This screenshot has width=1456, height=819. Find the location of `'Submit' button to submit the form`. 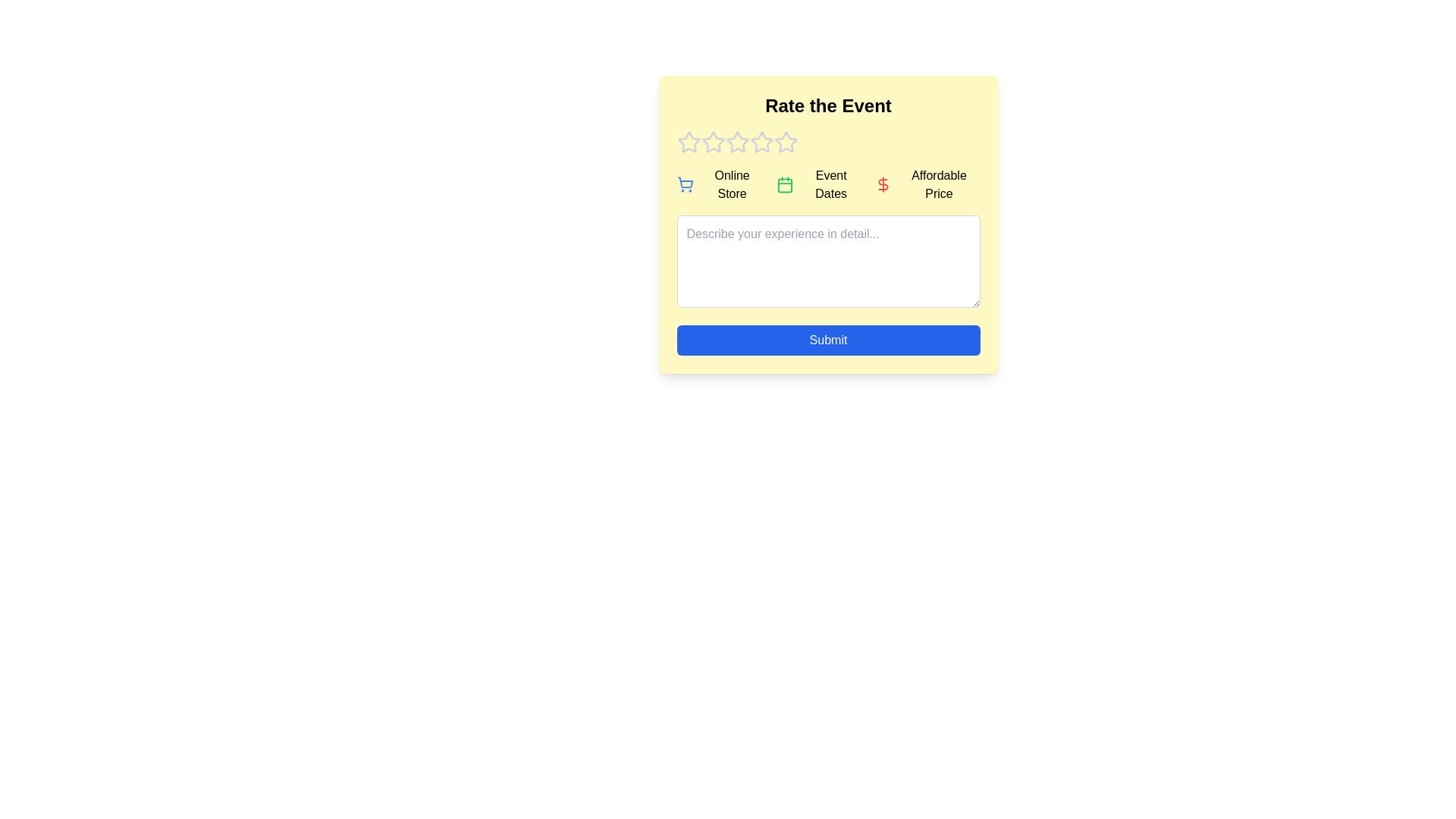

'Submit' button to submit the form is located at coordinates (827, 339).